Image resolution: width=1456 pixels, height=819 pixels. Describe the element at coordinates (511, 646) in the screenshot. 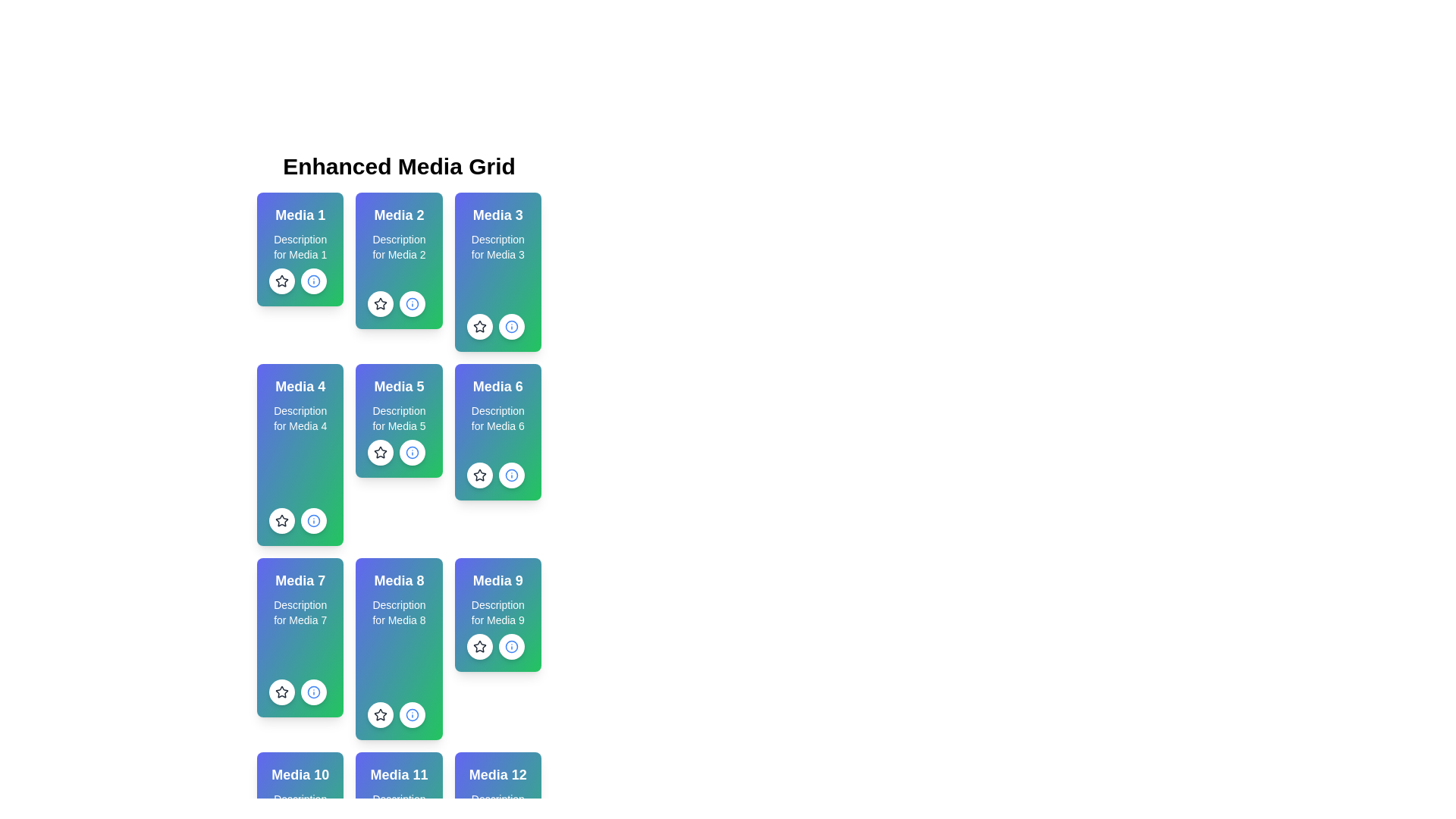

I see `the center circle of the icon located at the bottom-right corner of the 'Media 9' card in the grid` at that location.